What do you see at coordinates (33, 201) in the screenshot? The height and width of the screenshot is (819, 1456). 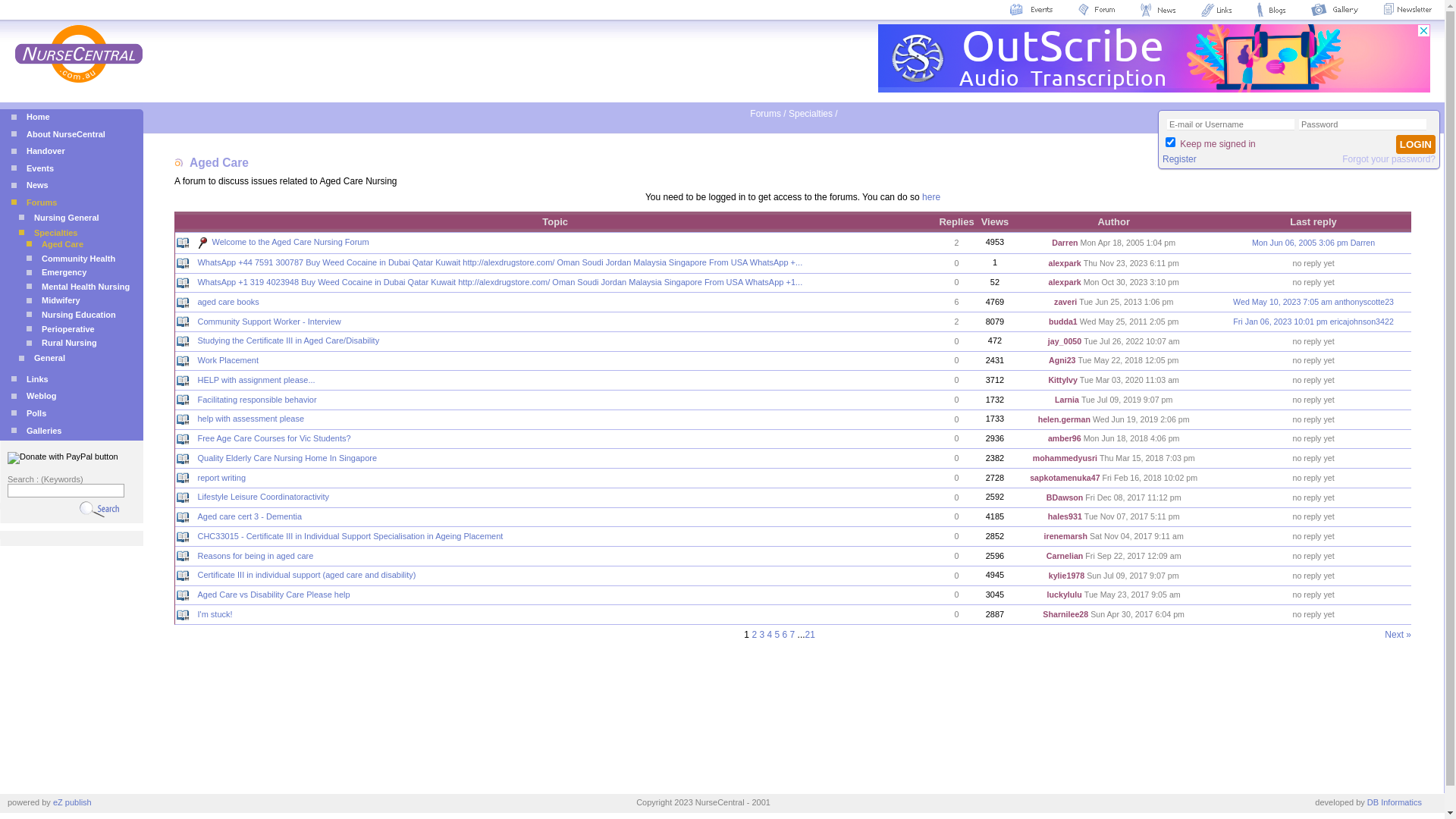 I see `'Forums'` at bounding box center [33, 201].